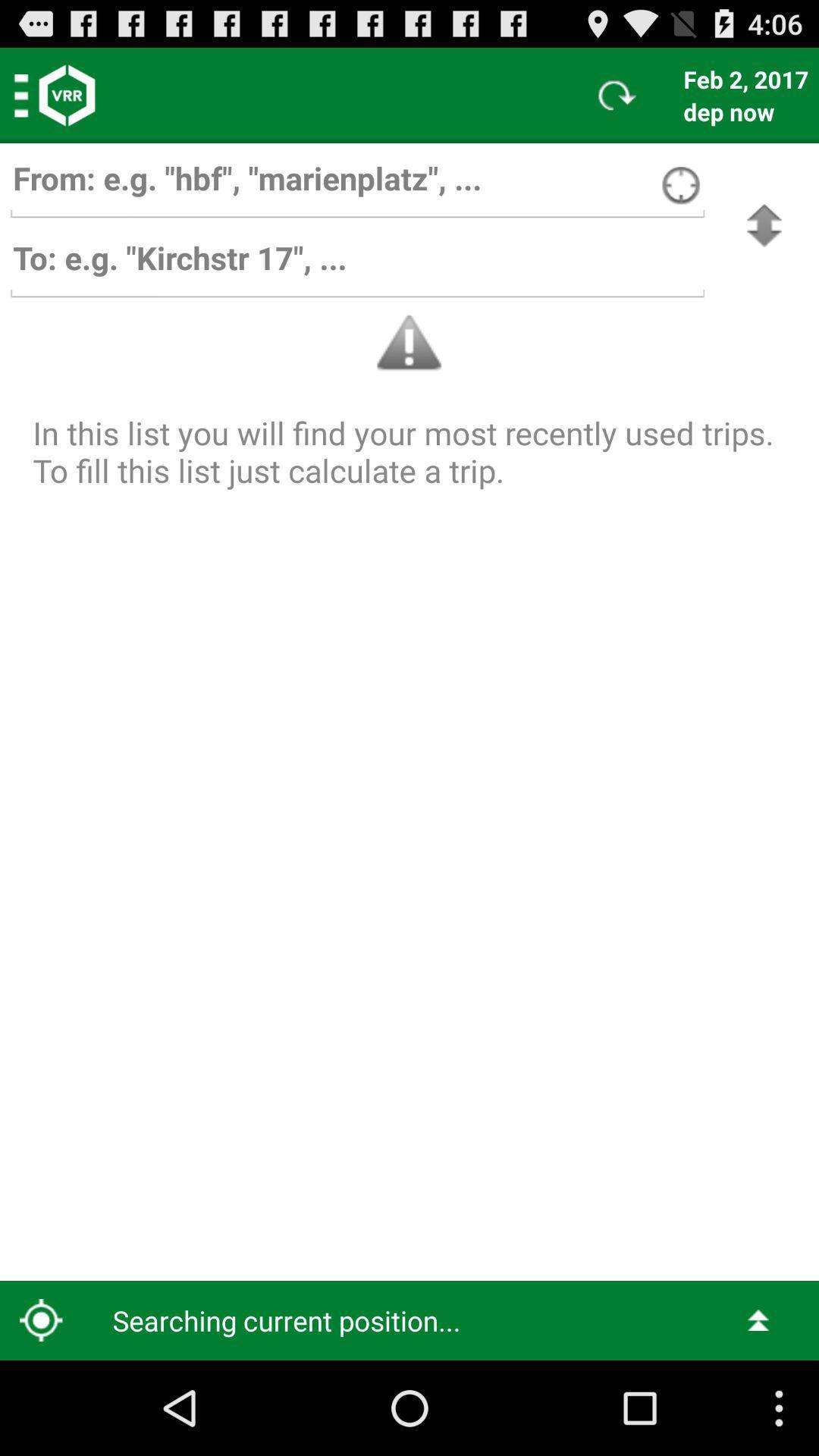 Image resolution: width=819 pixels, height=1456 pixels. What do you see at coordinates (764, 224) in the screenshot?
I see `the icon below the dep now icon` at bounding box center [764, 224].